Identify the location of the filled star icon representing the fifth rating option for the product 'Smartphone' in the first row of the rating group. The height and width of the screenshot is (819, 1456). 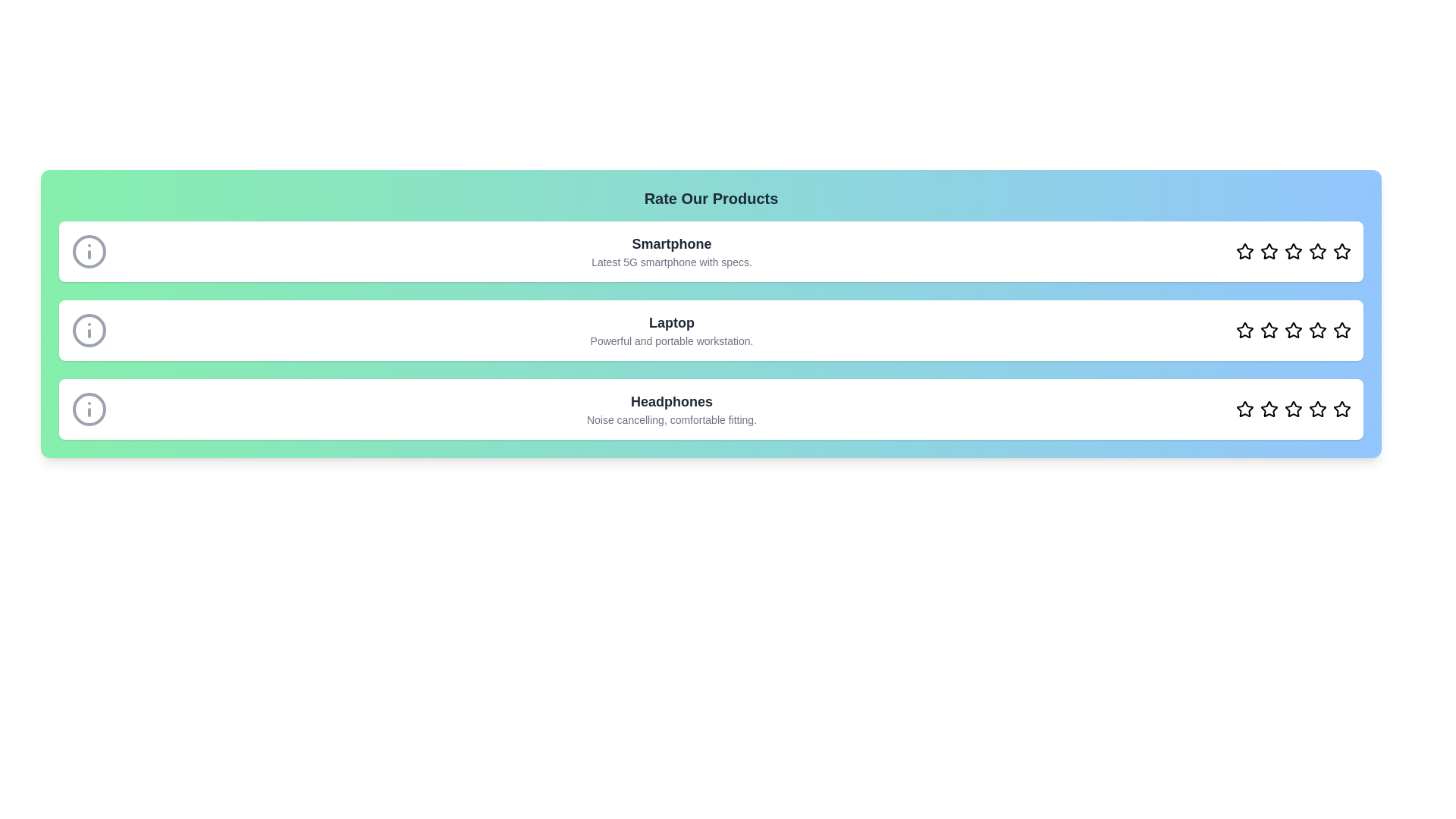
(1316, 250).